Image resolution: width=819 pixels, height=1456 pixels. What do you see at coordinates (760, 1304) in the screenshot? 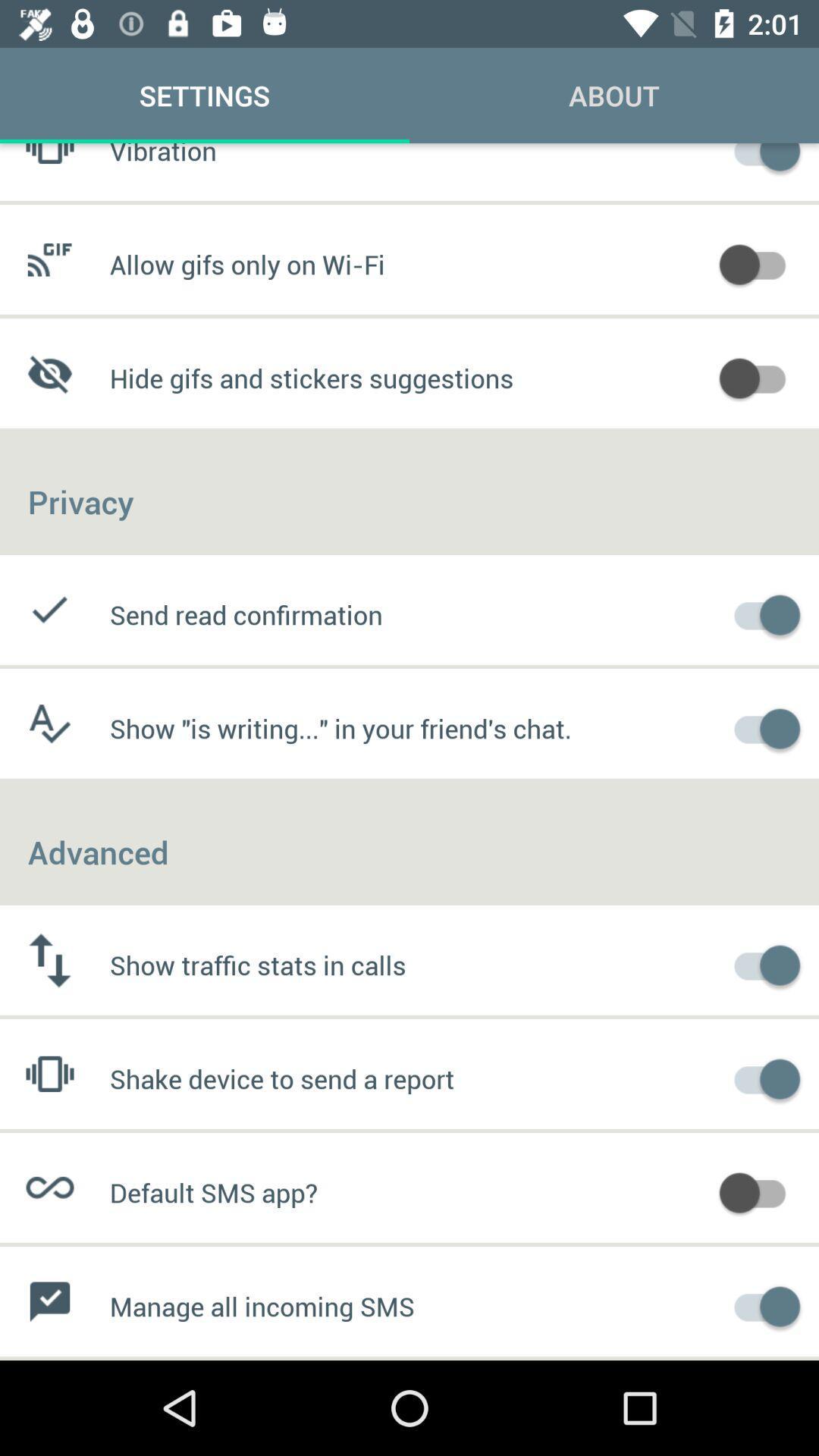
I see `for sms management` at bounding box center [760, 1304].